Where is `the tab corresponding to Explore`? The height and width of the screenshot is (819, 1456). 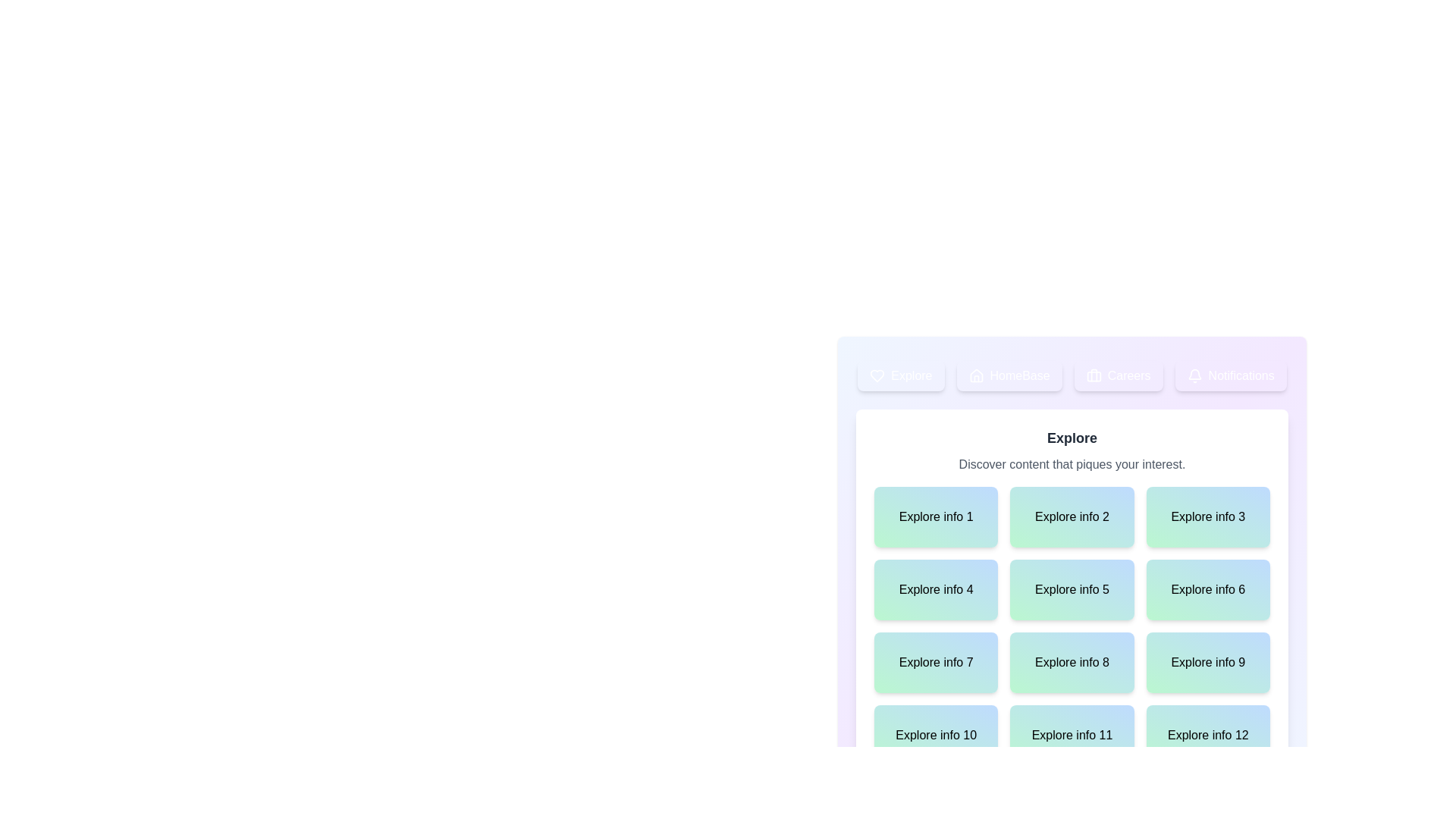
the tab corresponding to Explore is located at coordinates (901, 375).